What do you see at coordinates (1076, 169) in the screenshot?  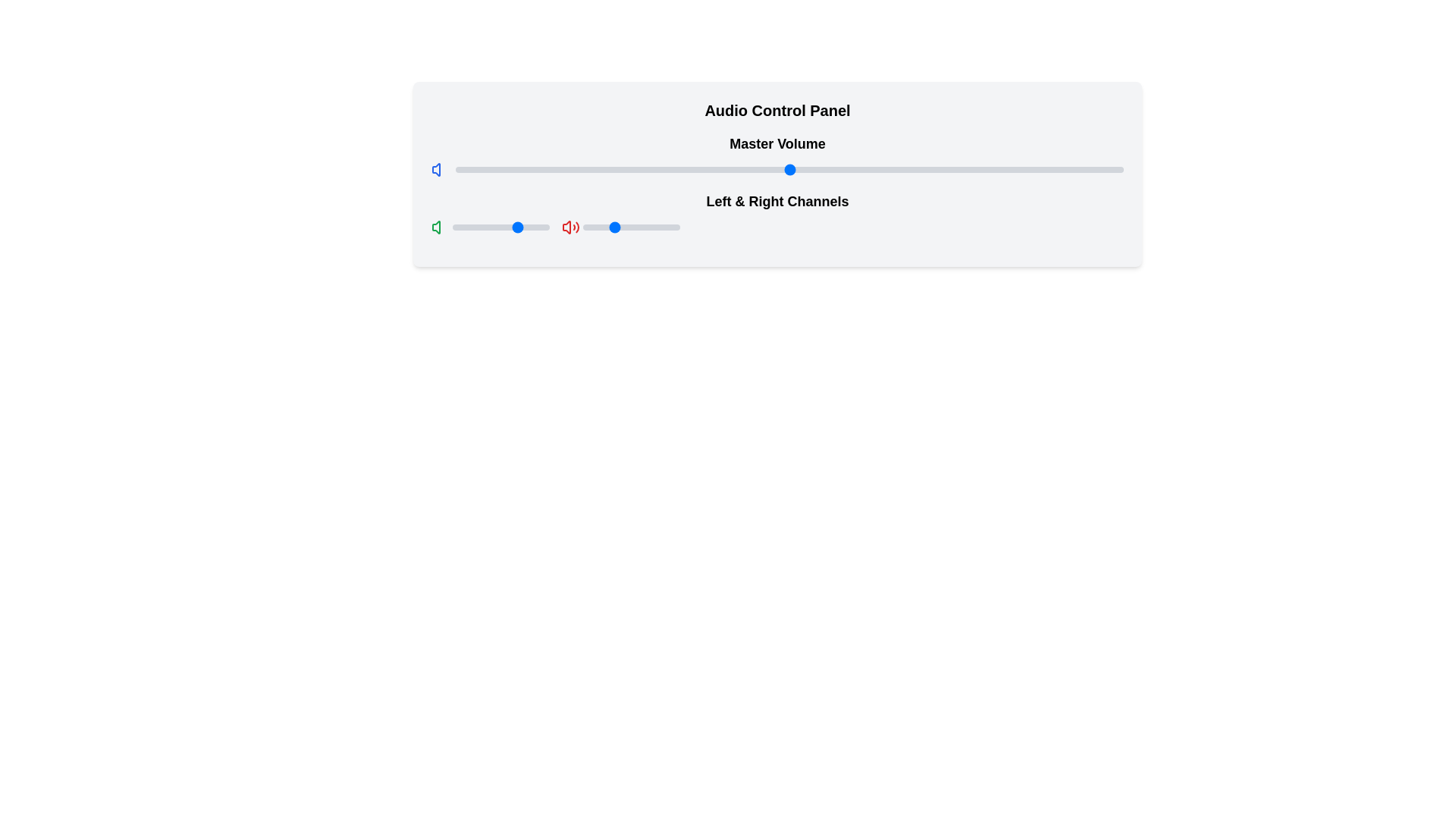 I see `the master volume` at bounding box center [1076, 169].